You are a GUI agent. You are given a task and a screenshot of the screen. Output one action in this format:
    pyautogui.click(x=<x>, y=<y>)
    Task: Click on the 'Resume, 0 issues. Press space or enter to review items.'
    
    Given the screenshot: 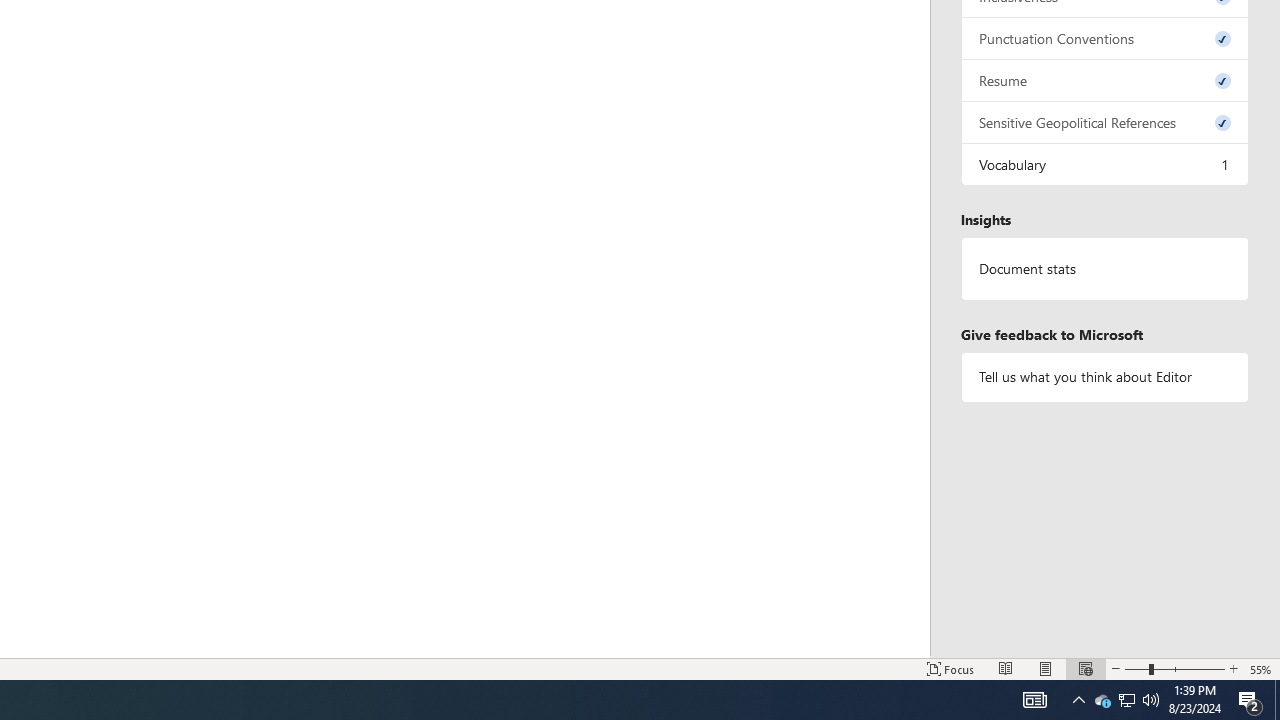 What is the action you would take?
    pyautogui.click(x=1104, y=79)
    